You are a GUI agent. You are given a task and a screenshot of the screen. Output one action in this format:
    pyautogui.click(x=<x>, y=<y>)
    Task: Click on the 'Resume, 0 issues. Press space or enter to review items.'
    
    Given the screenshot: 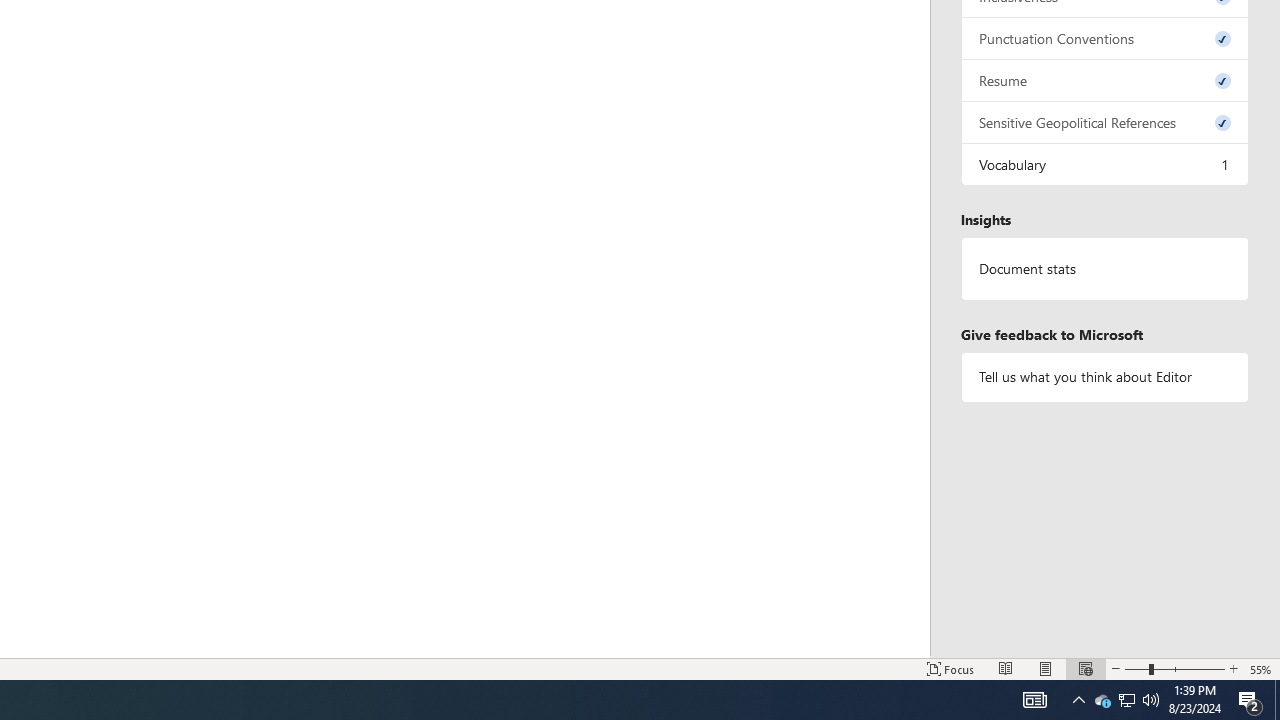 What is the action you would take?
    pyautogui.click(x=1104, y=79)
    